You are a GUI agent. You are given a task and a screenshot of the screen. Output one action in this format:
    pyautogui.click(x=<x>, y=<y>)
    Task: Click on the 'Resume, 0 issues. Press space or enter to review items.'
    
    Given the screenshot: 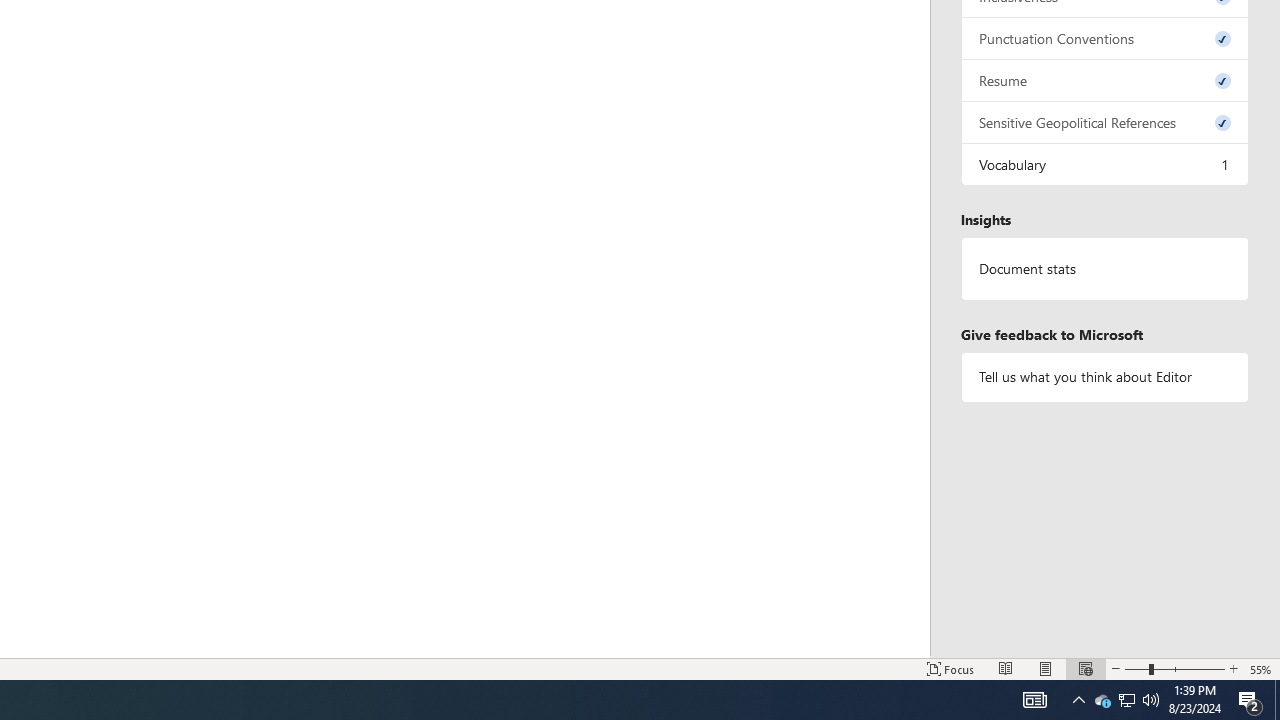 What is the action you would take?
    pyautogui.click(x=1104, y=79)
    